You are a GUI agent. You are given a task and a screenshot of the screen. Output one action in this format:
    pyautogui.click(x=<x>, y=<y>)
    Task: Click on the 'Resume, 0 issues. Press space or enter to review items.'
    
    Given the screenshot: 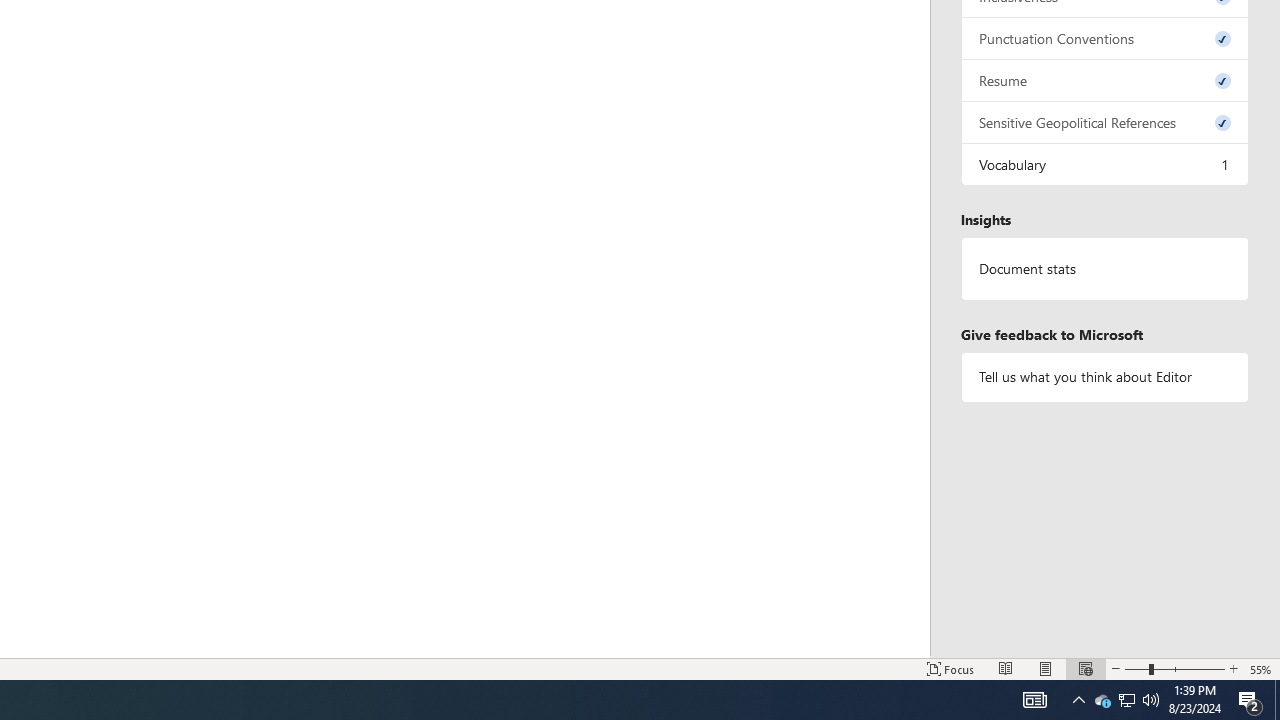 What is the action you would take?
    pyautogui.click(x=1104, y=79)
    